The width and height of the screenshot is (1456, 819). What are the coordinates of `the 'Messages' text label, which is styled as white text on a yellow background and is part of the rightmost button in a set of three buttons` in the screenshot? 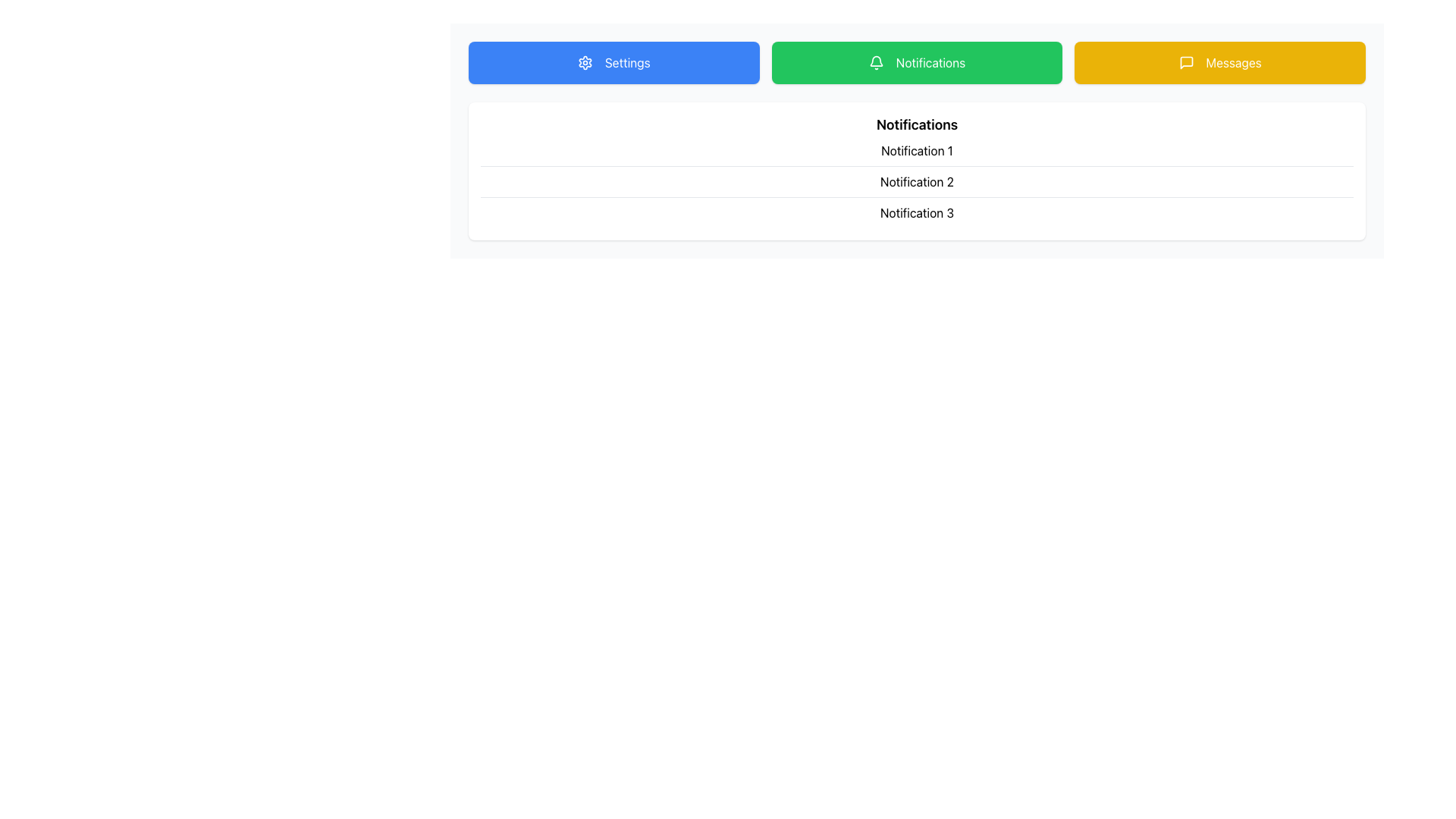 It's located at (1234, 62).